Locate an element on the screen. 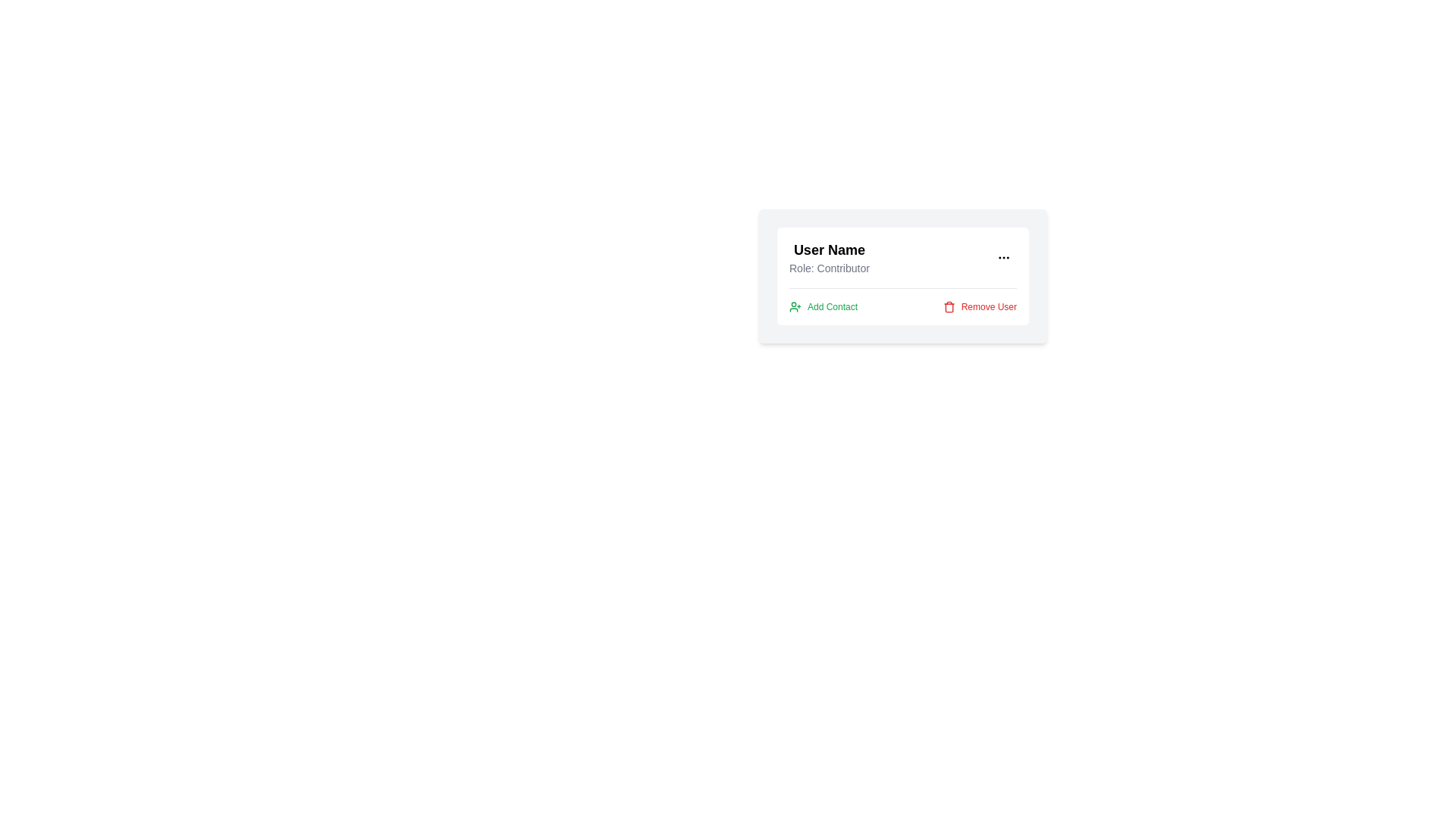 The width and height of the screenshot is (1456, 819). text displayed in the text label showing 'Role: Contributor', which is positioned beneath 'User Name' is located at coordinates (828, 268).